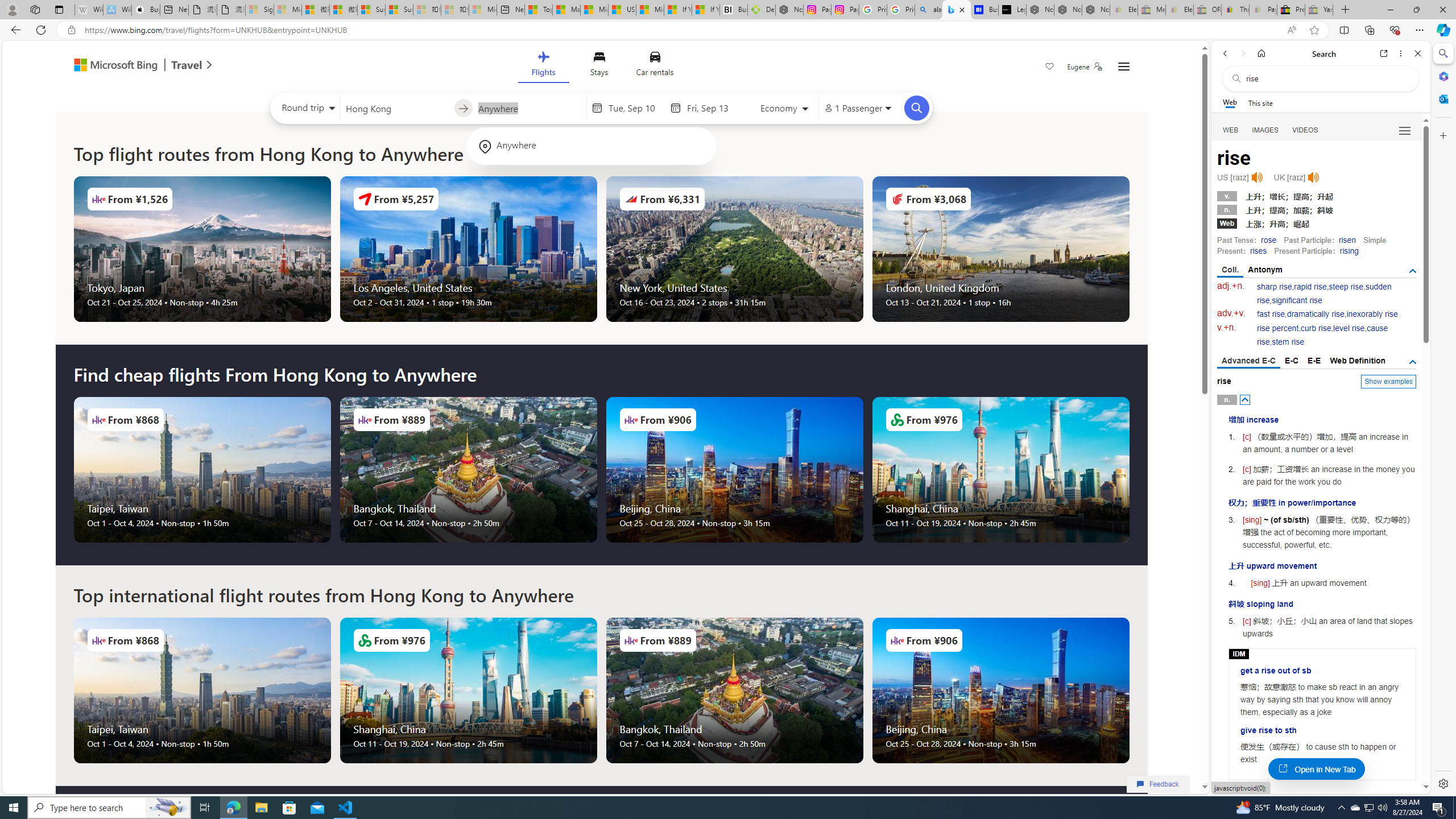 This screenshot has width=1456, height=819. I want to click on 'IMAGES', so click(1265, 130).